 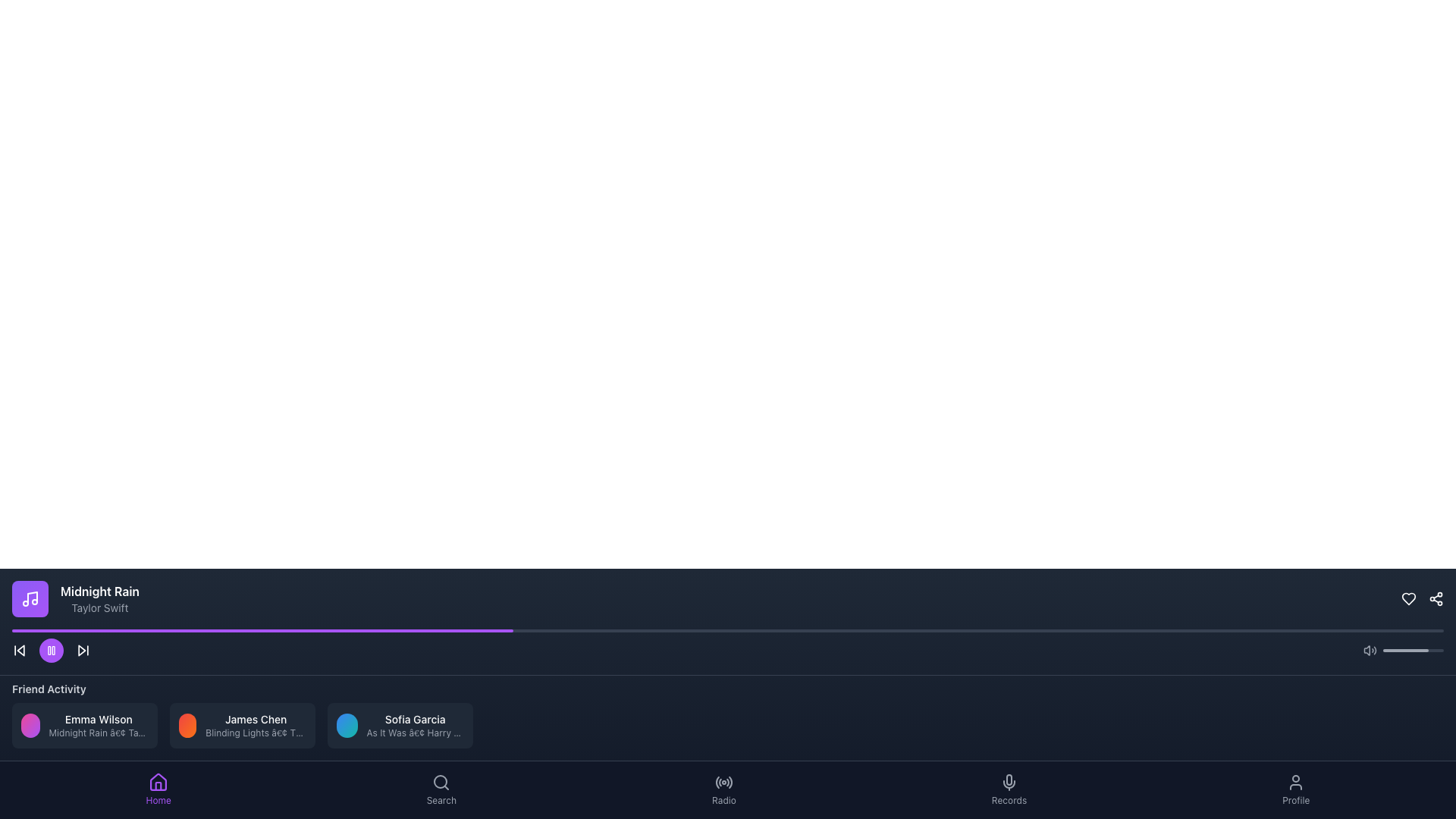 What do you see at coordinates (570, 631) in the screenshot?
I see `the progress bar` at bounding box center [570, 631].